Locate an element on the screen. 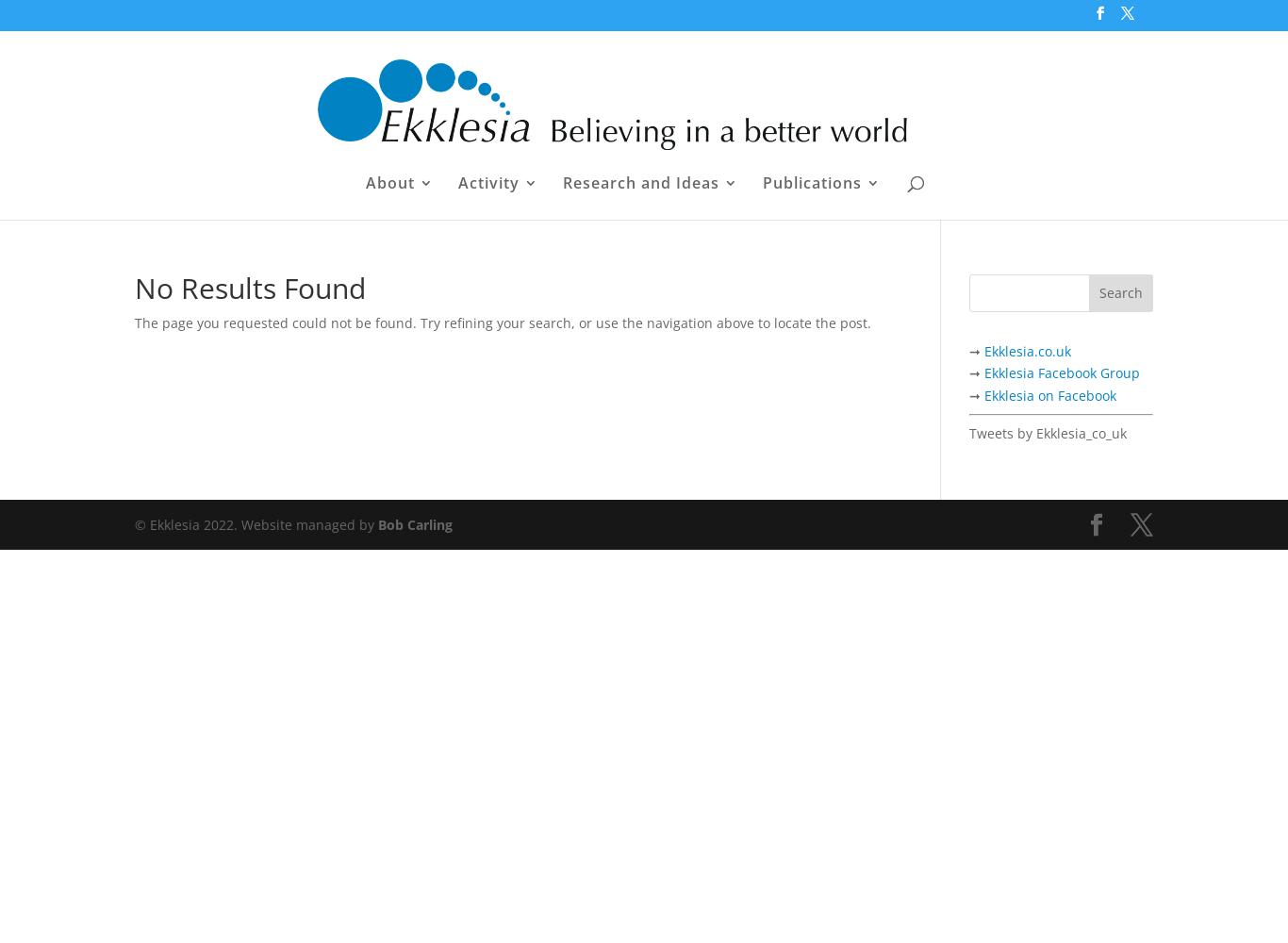 This screenshot has width=1288, height=943. 'Publications' is located at coordinates (811, 181).